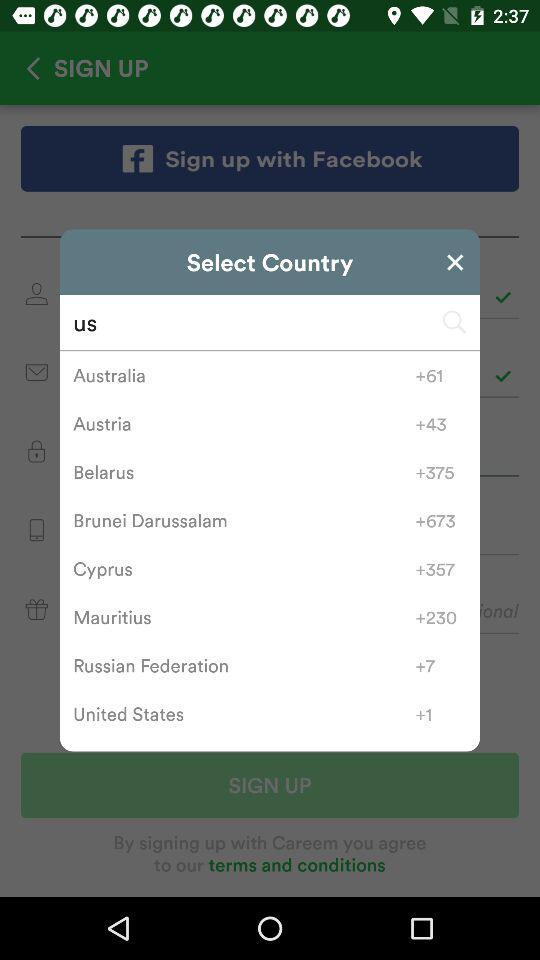  Describe the element at coordinates (244, 472) in the screenshot. I see `the belarus item` at that location.